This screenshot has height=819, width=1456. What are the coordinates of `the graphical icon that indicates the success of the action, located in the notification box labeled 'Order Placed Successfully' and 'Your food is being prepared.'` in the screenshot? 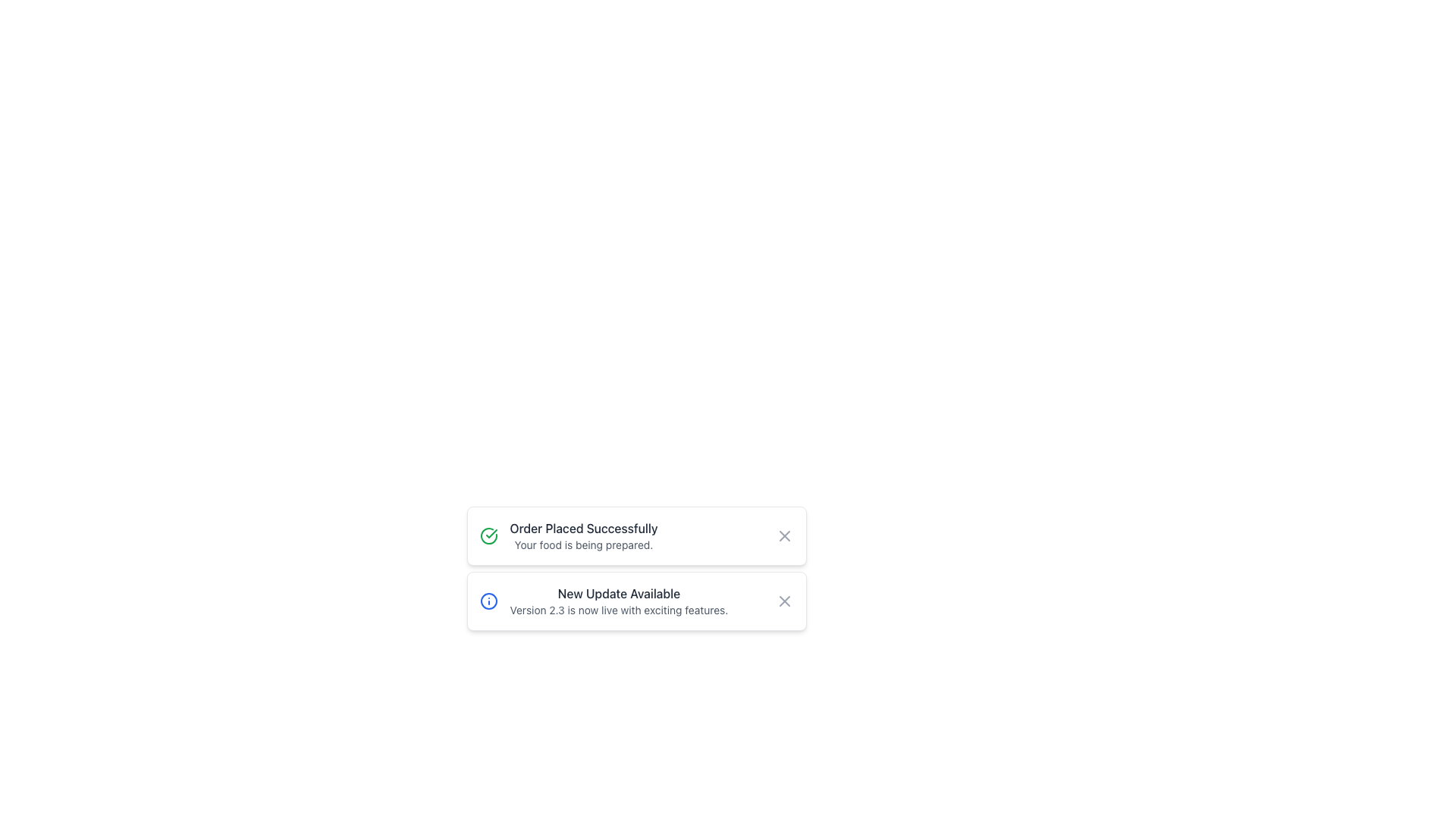 It's located at (488, 535).